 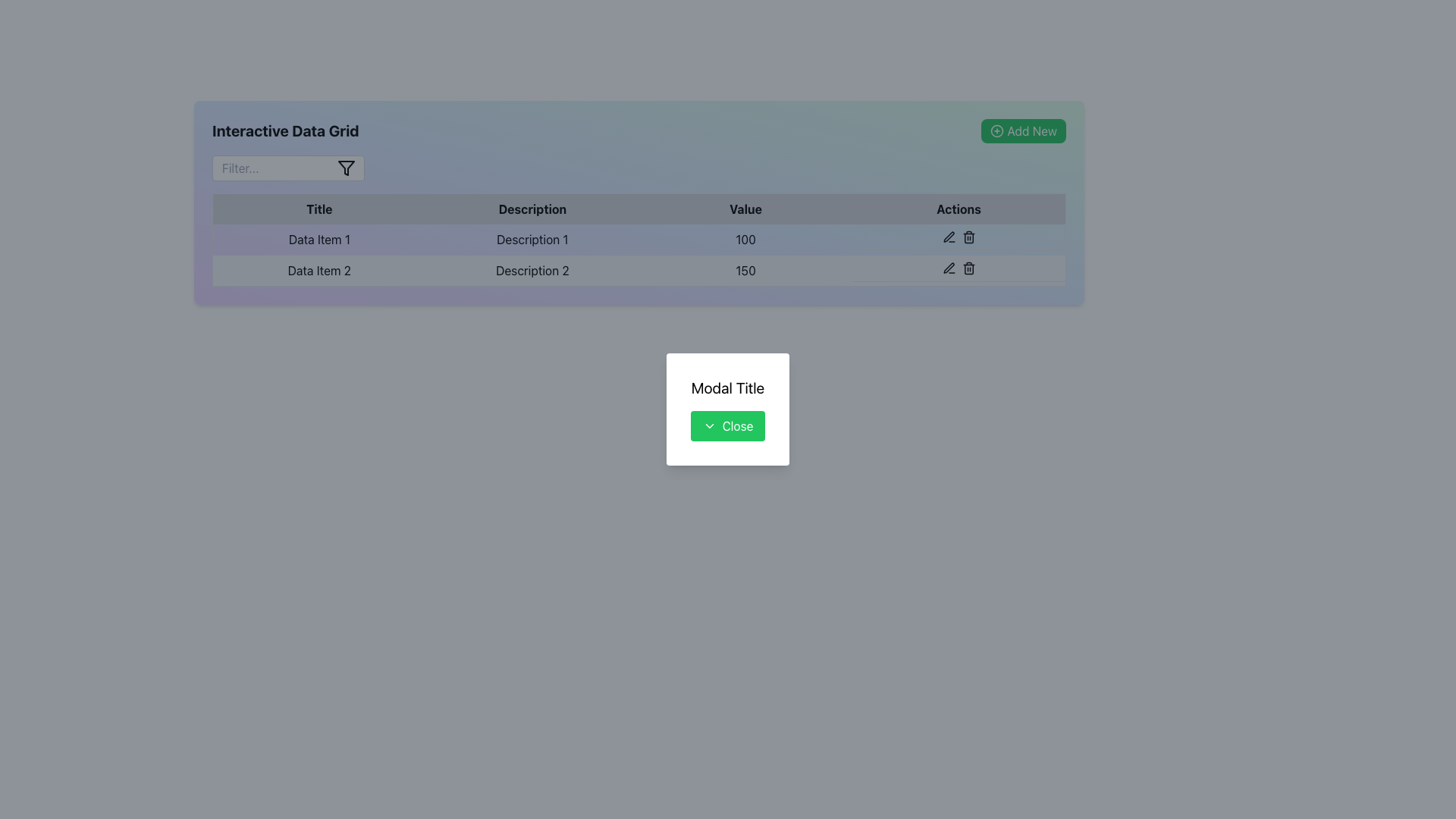 What do you see at coordinates (745, 209) in the screenshot?
I see `the header label for the 'Value' column in the data grid, which is the third column in the row of headings` at bounding box center [745, 209].